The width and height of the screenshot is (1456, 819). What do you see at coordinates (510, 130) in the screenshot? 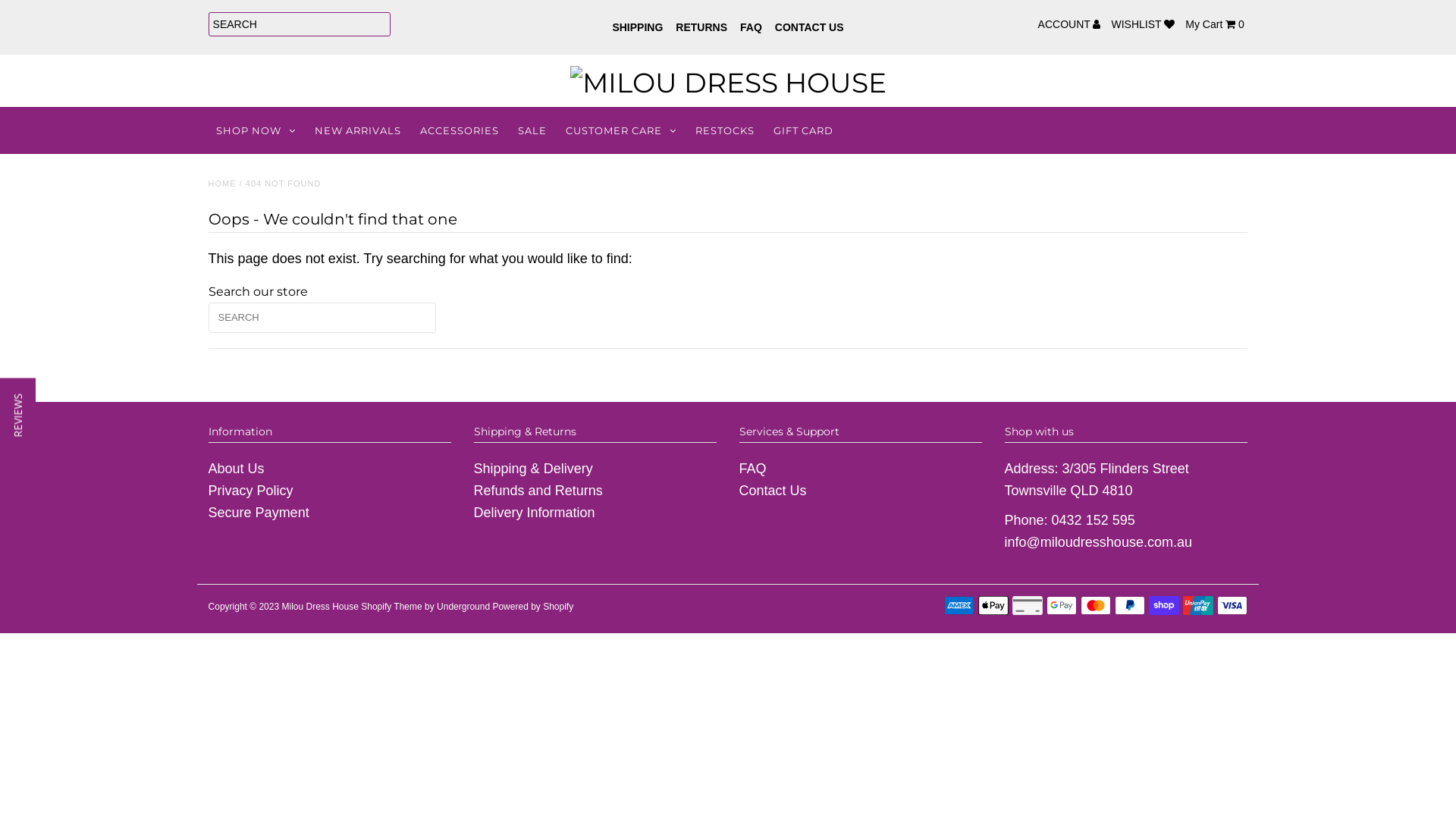
I see `'SALE'` at bounding box center [510, 130].